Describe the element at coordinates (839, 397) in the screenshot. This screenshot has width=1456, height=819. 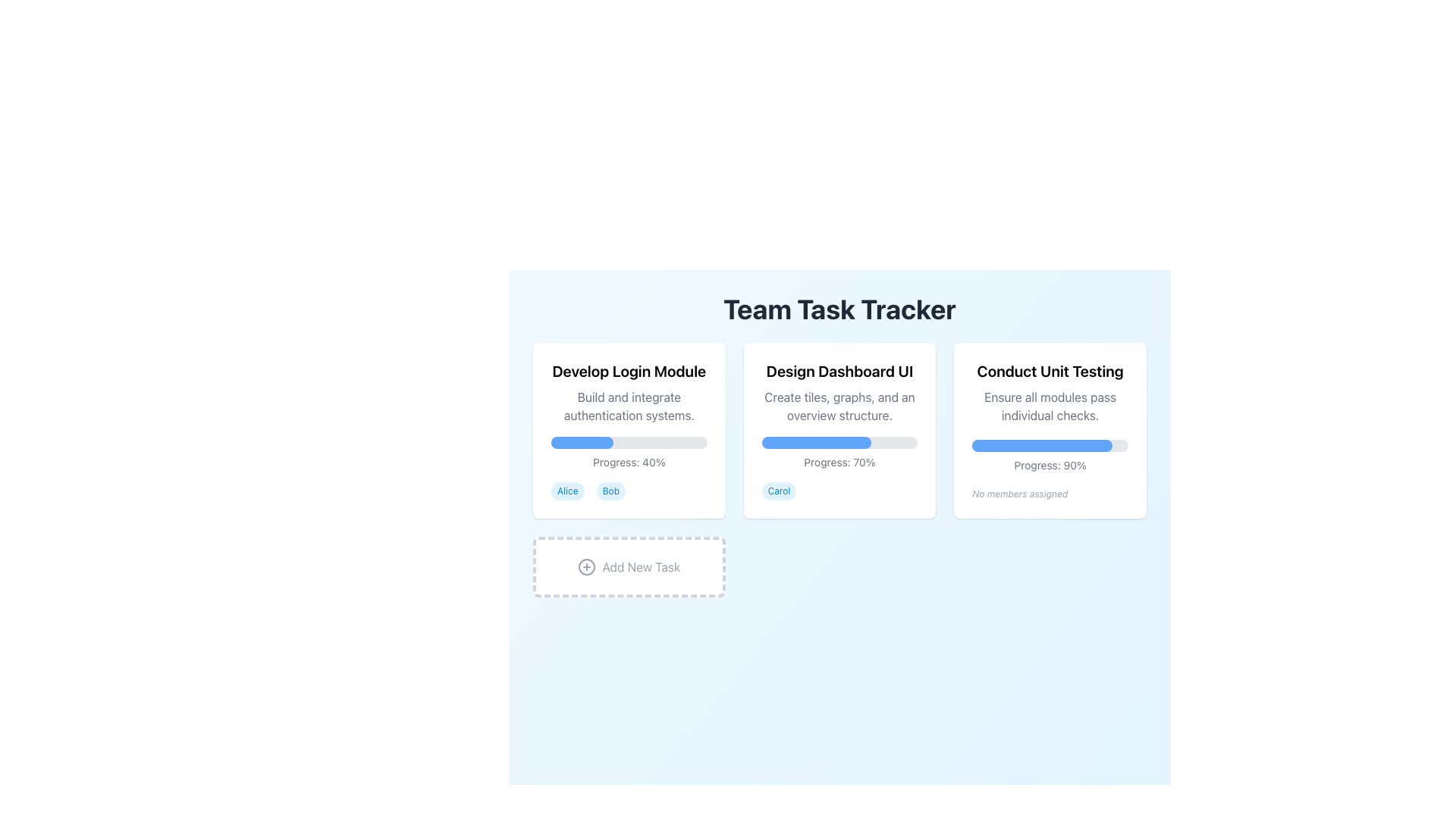
I see `the Text block located within the white card in the middle column, below the main heading, which provides the title and a brief summary related to designing a dashboard UI` at that location.